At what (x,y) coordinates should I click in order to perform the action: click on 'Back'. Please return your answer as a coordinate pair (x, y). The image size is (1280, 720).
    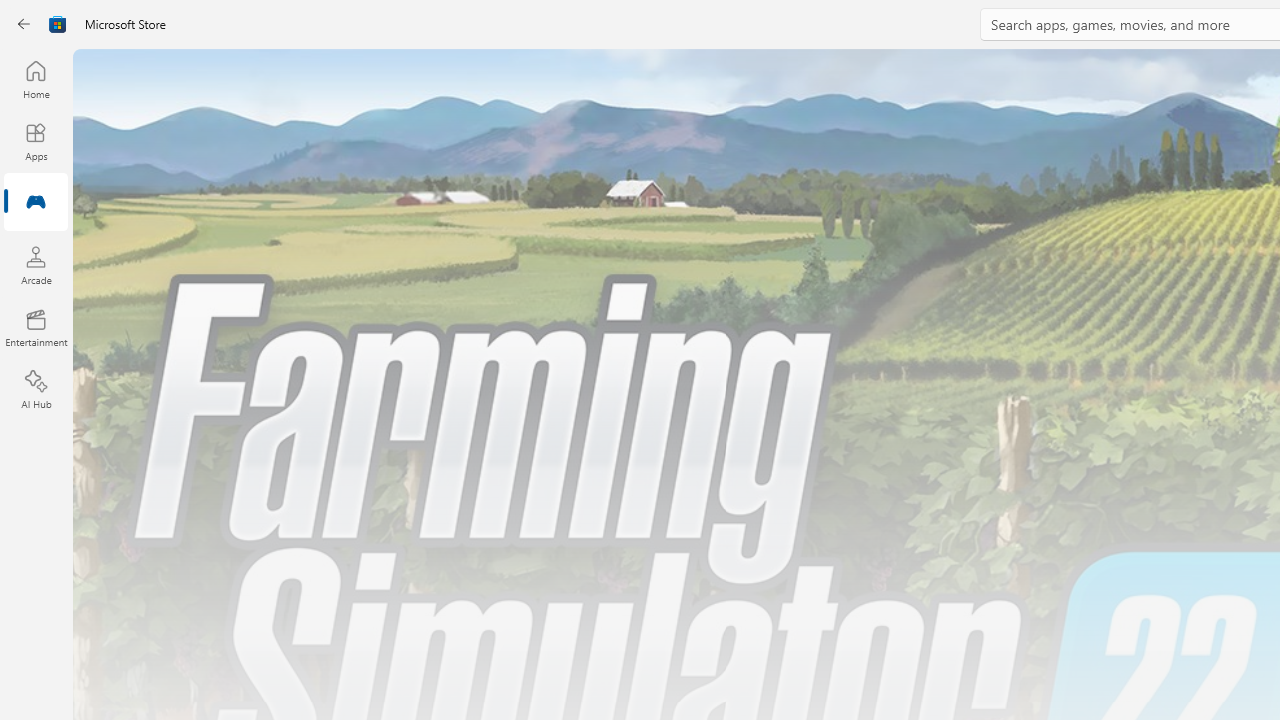
    Looking at the image, I should click on (24, 24).